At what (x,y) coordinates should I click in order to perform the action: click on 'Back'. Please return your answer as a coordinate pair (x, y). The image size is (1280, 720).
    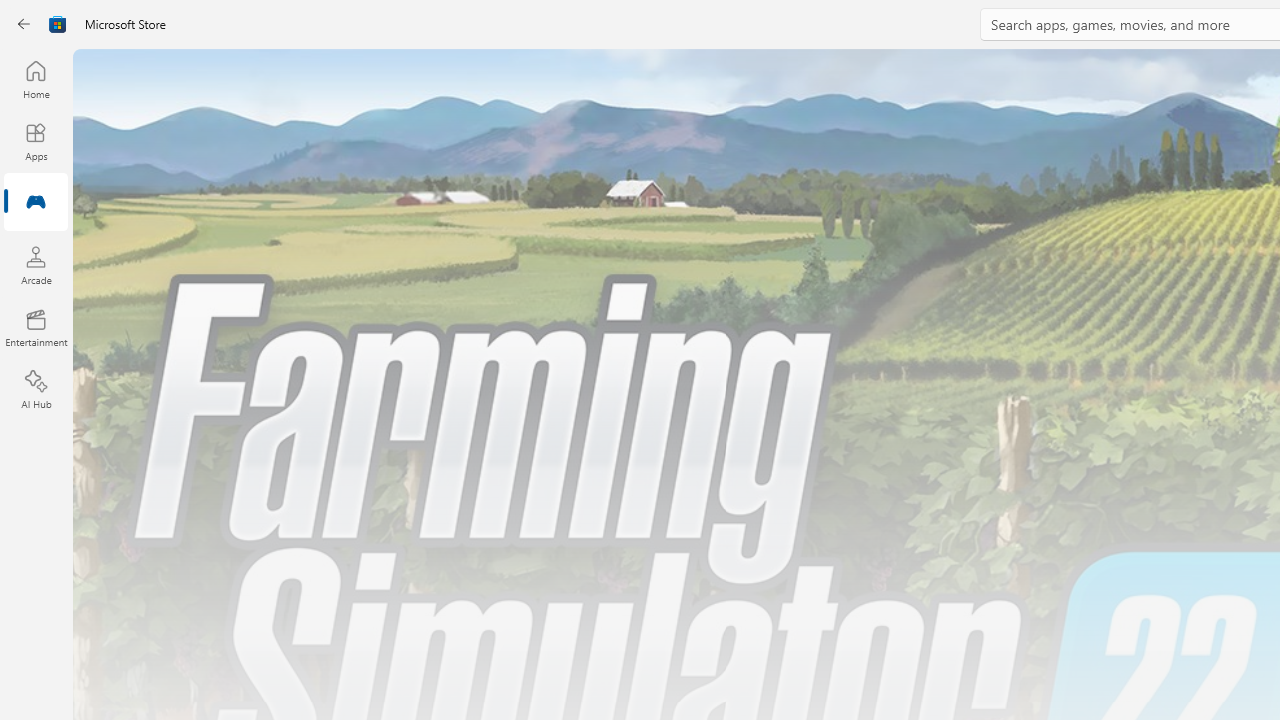
    Looking at the image, I should click on (24, 24).